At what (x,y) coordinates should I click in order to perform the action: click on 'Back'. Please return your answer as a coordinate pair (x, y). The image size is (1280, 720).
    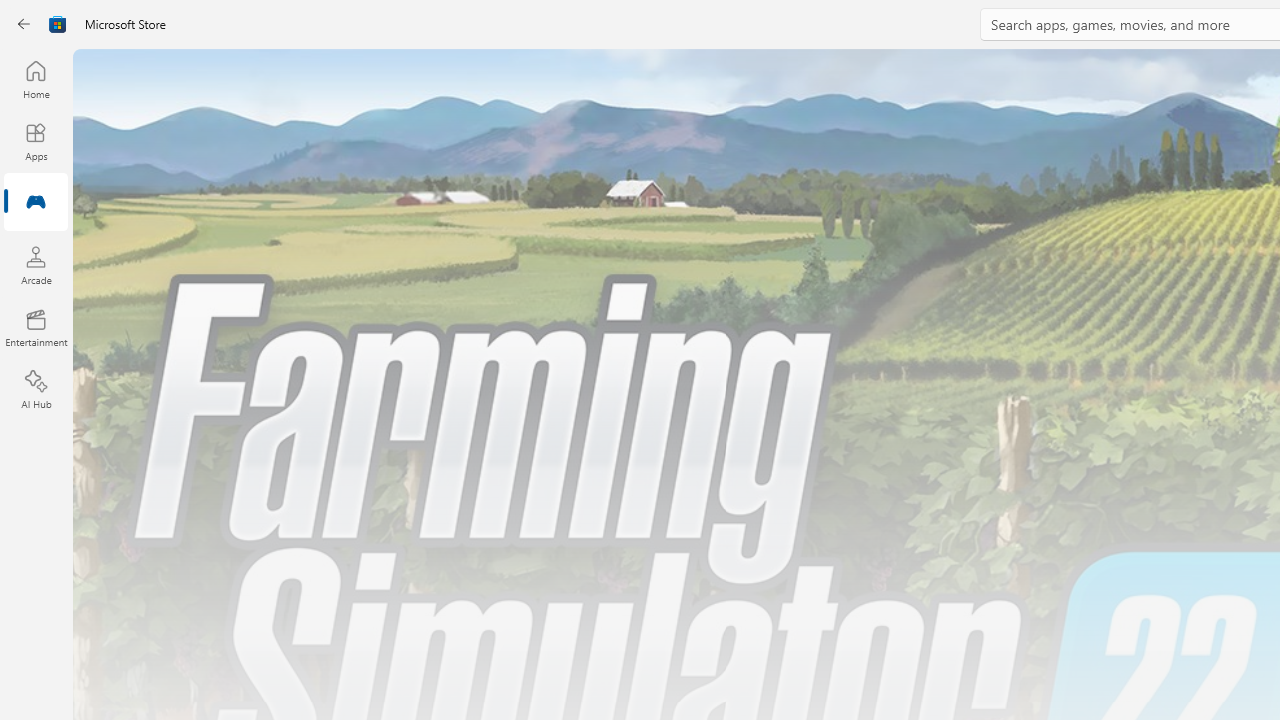
    Looking at the image, I should click on (24, 24).